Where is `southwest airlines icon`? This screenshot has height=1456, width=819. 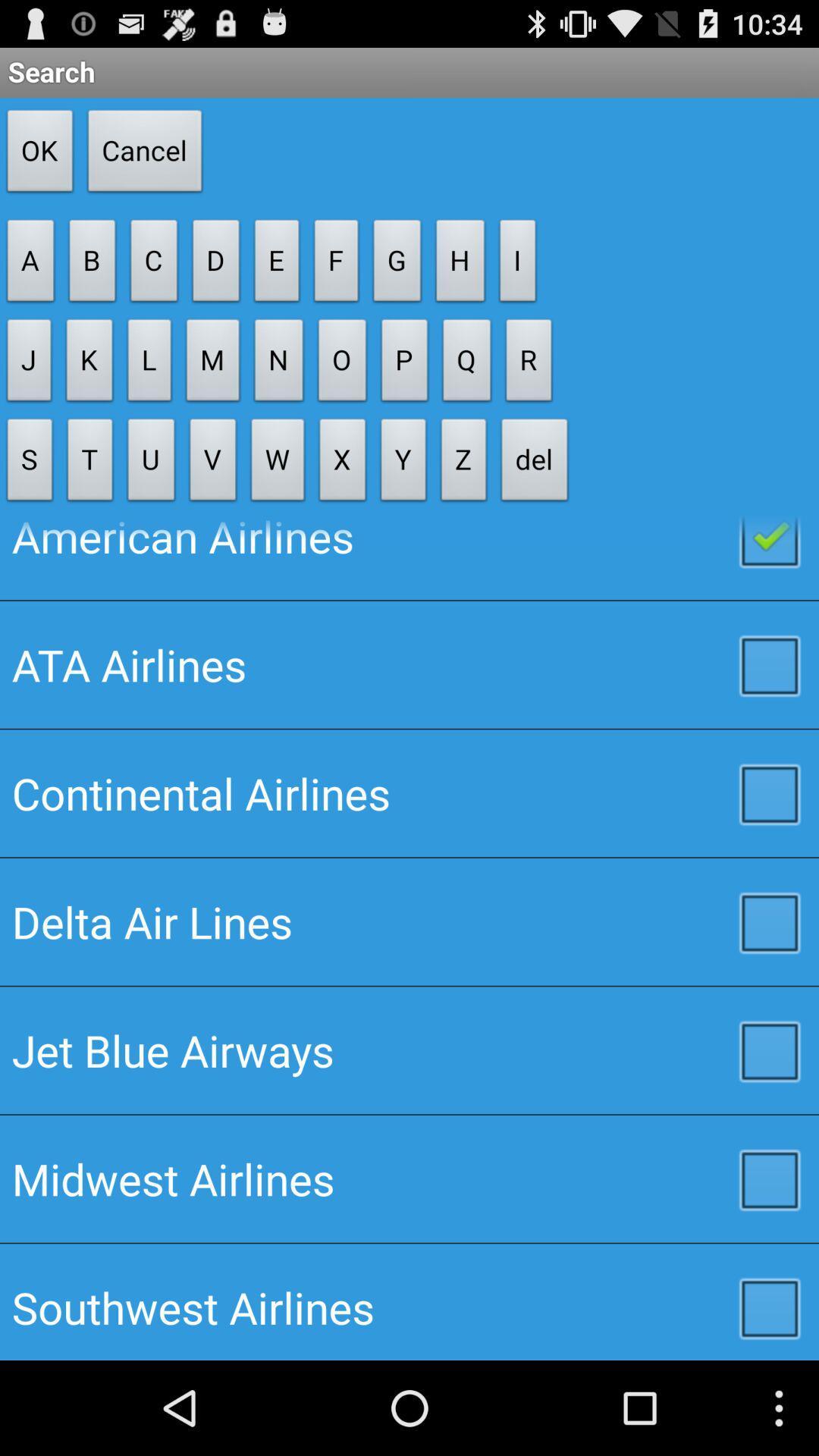
southwest airlines icon is located at coordinates (409, 1301).